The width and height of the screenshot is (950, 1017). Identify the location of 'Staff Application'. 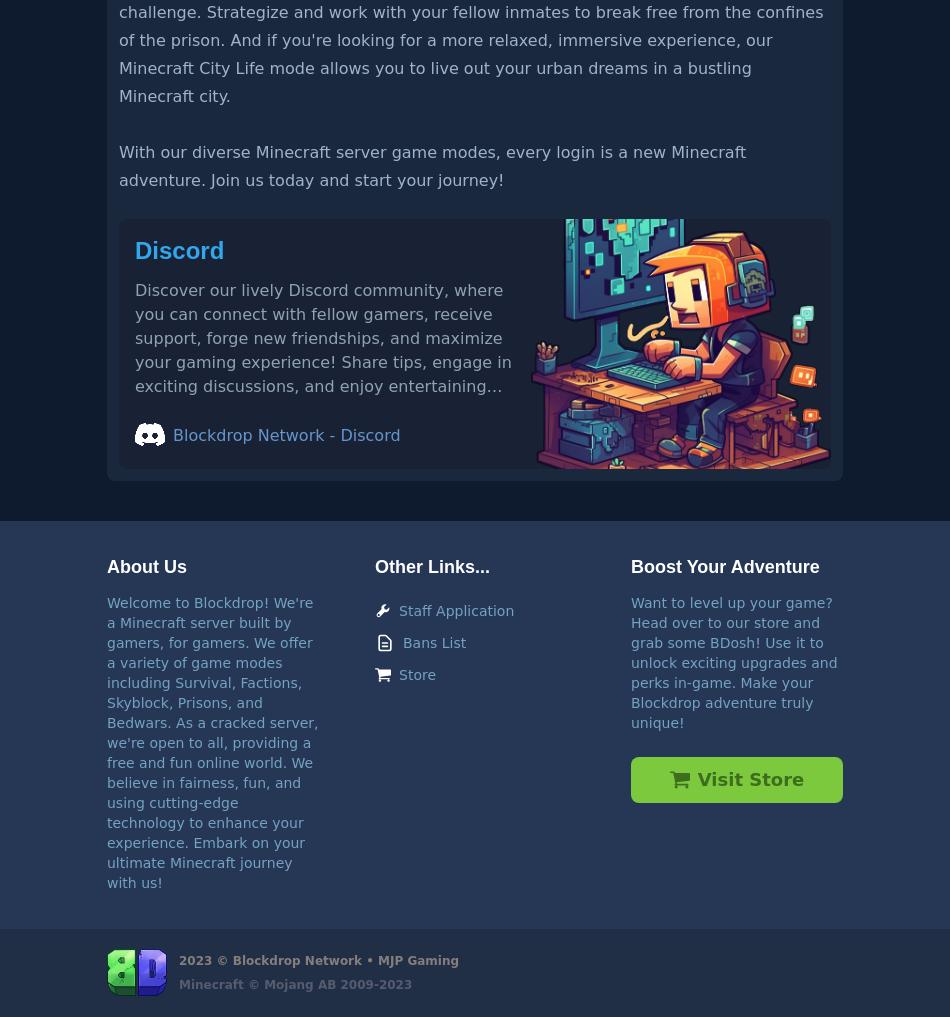
(455, 608).